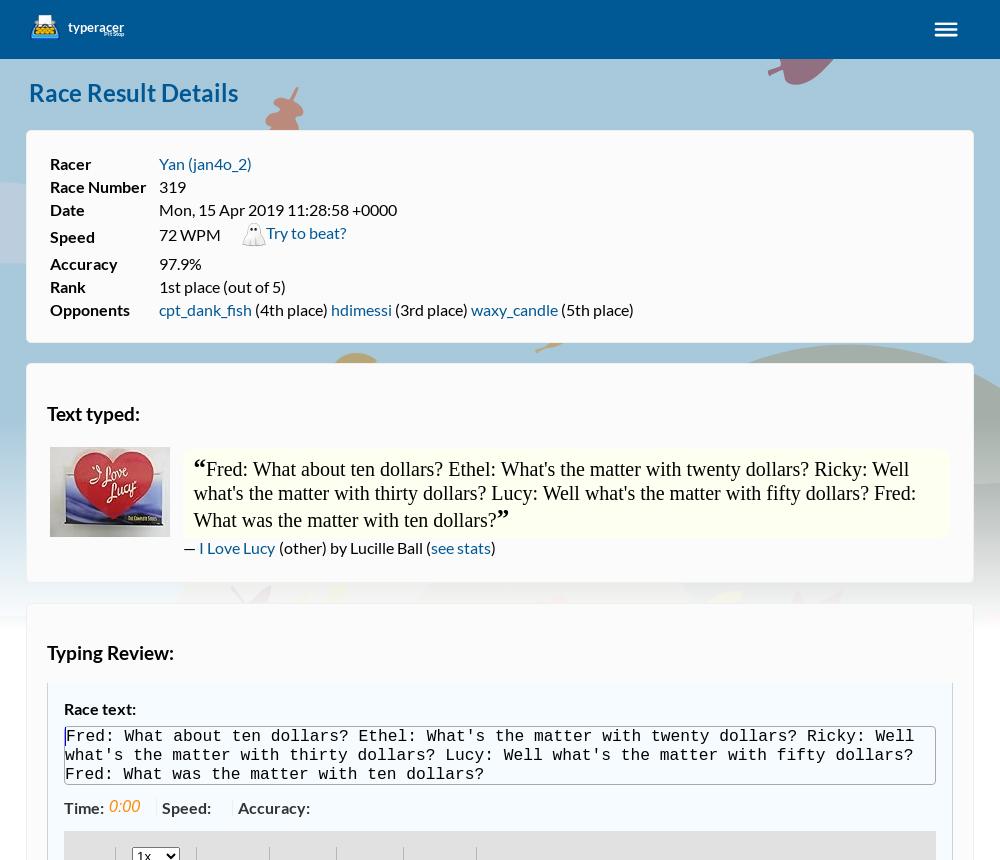 Image resolution: width=1000 pixels, height=860 pixels. What do you see at coordinates (50, 308) in the screenshot?
I see `'Opponents'` at bounding box center [50, 308].